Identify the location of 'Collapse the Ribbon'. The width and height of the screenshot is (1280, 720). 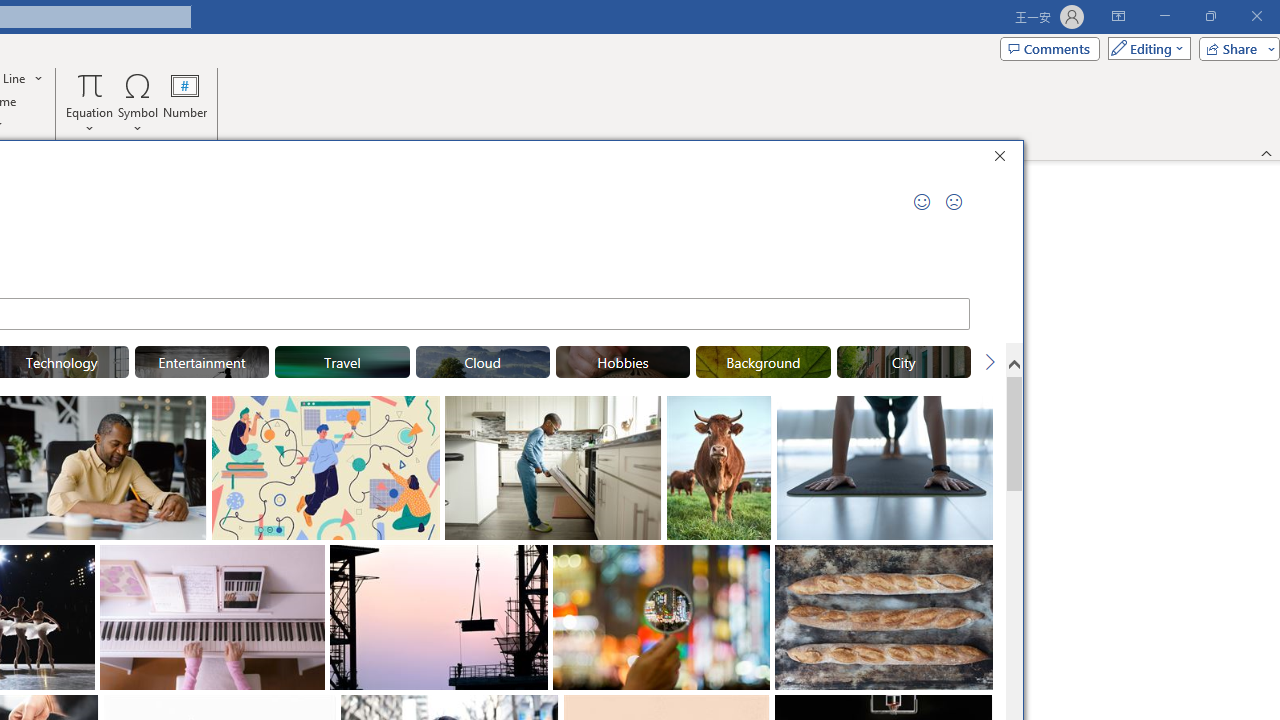
(1266, 152).